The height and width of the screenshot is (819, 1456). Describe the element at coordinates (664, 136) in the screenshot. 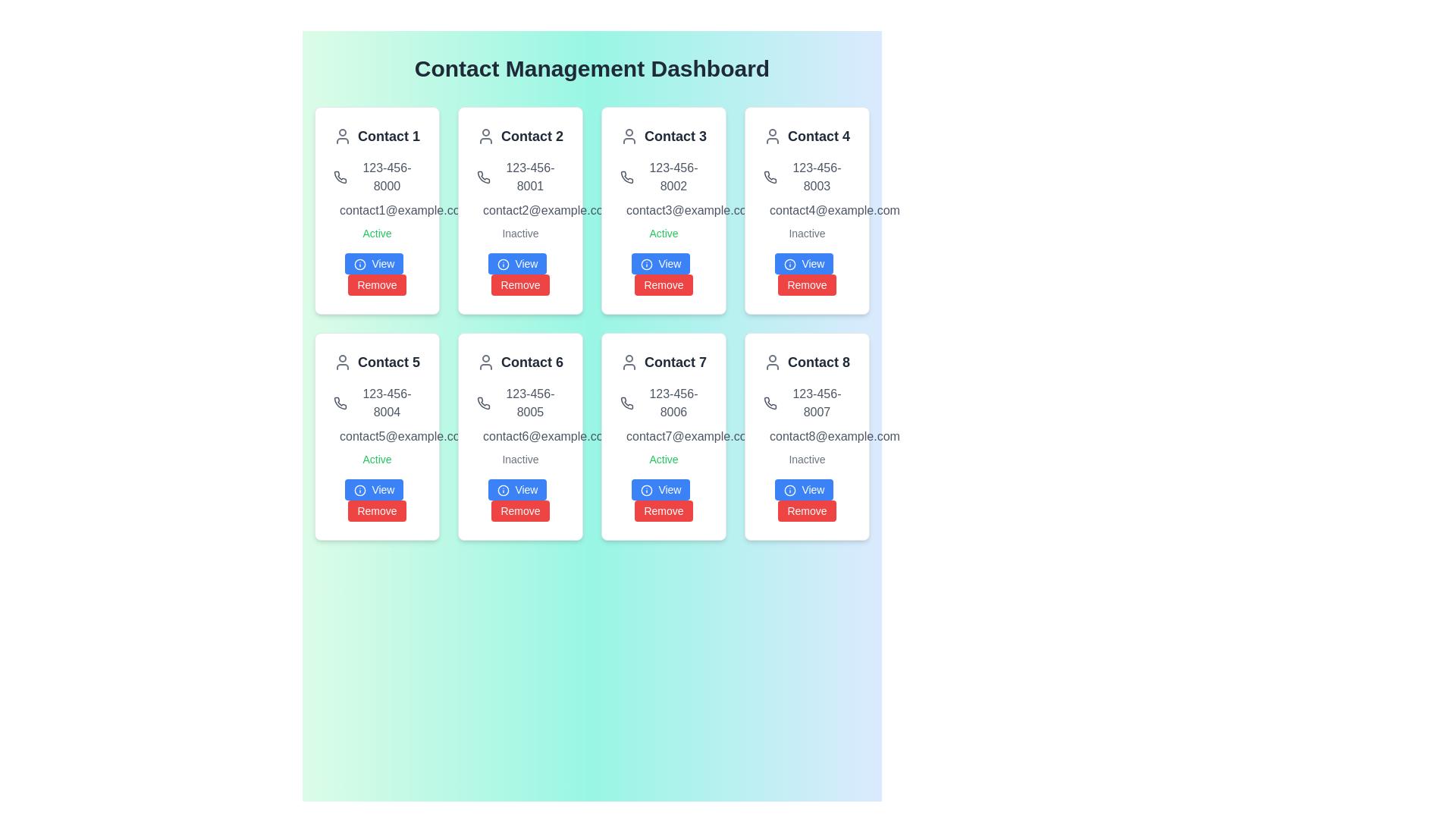

I see `the title or heading label for the contact details in the third card from the left in the first row of the grid layout, which serves as the main identifier for this card` at that location.